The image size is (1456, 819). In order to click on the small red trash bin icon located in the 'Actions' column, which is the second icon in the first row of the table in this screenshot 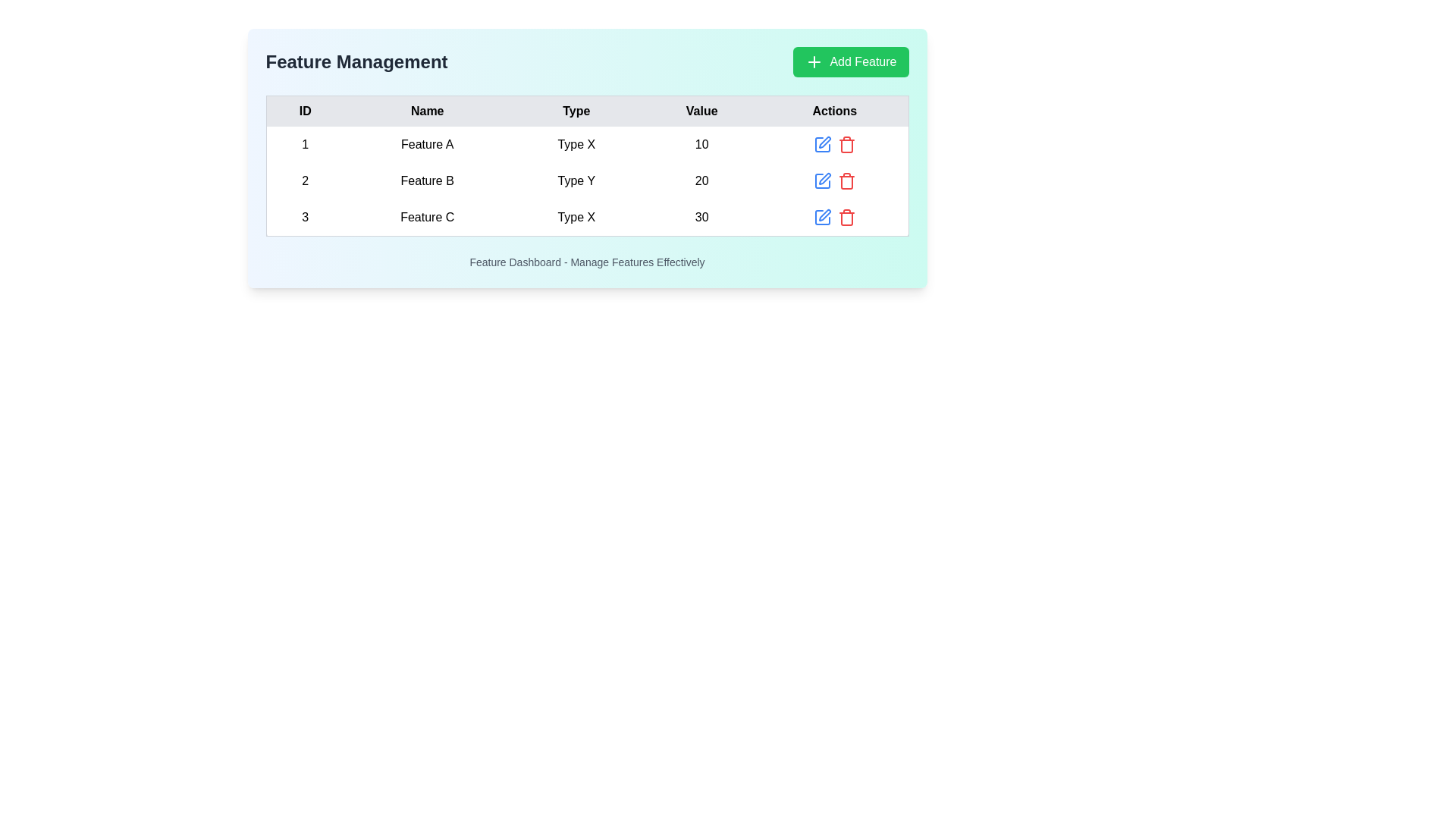, I will do `click(846, 145)`.